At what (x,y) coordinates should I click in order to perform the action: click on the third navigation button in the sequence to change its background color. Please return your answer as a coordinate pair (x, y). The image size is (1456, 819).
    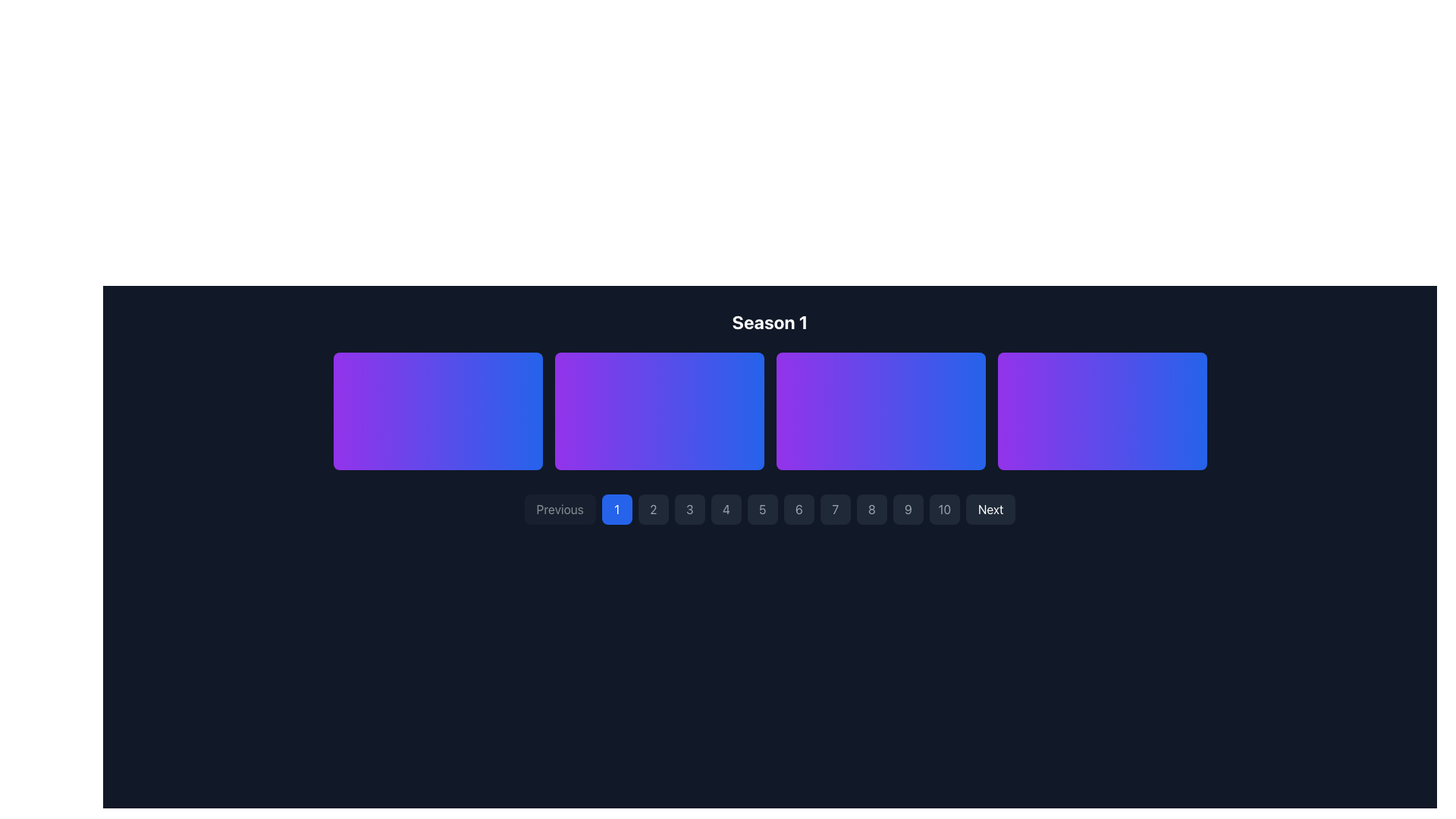
    Looking at the image, I should click on (689, 510).